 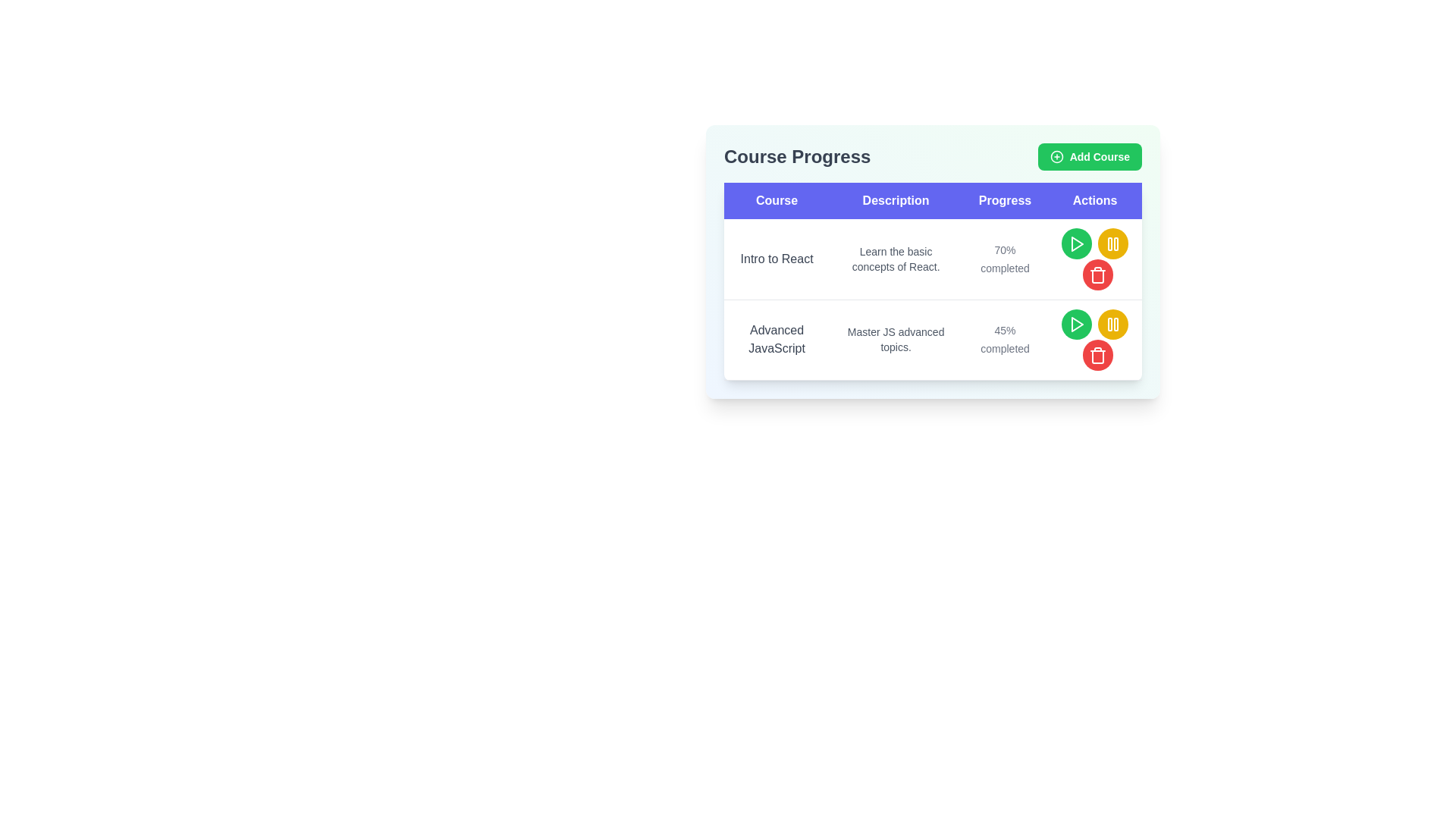 What do you see at coordinates (896, 259) in the screenshot?
I see `the text label displaying 'Learn the basic concepts of React.' located in the description section of the table under the 'Description' column in the first row for the course 'Intro to React'` at bounding box center [896, 259].